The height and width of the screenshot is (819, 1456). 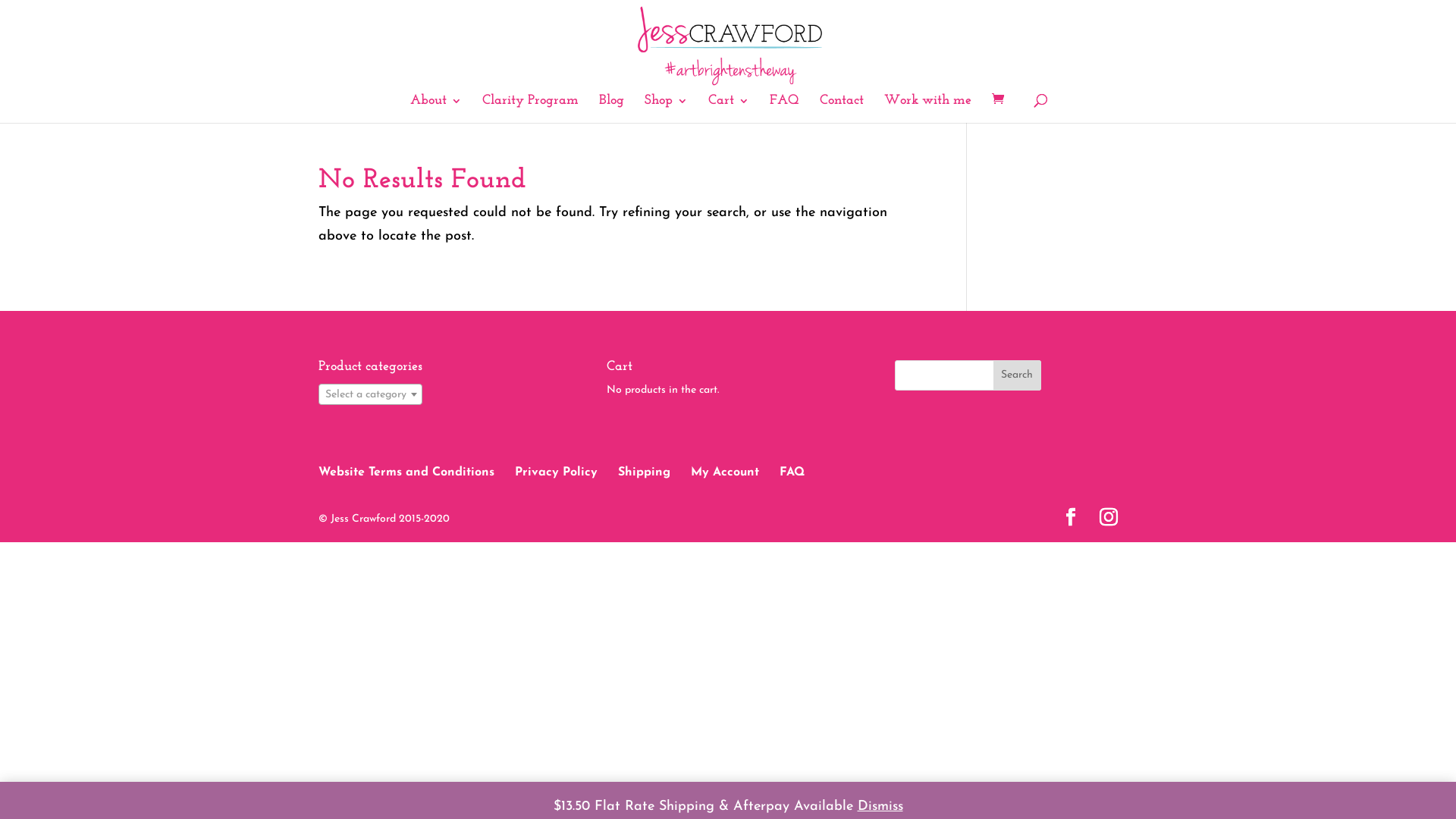 I want to click on 'FAQ', so click(x=791, y=472).